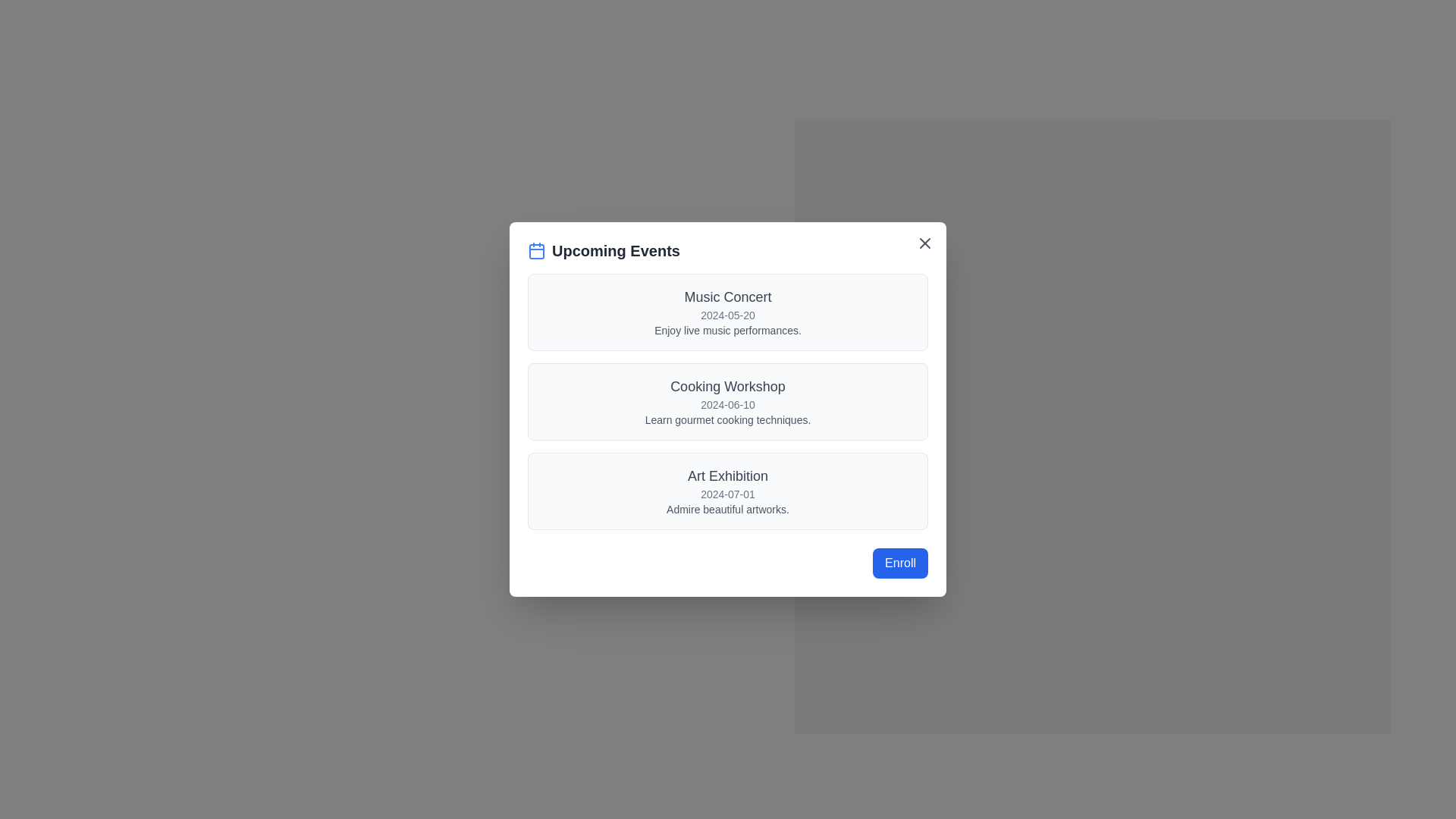 The image size is (1456, 819). Describe the element at coordinates (728, 403) in the screenshot. I see `date information displayed in the gray text label showing '2024-06-10', which is located below the 'Cooking Workshop' title and above the description line` at that location.